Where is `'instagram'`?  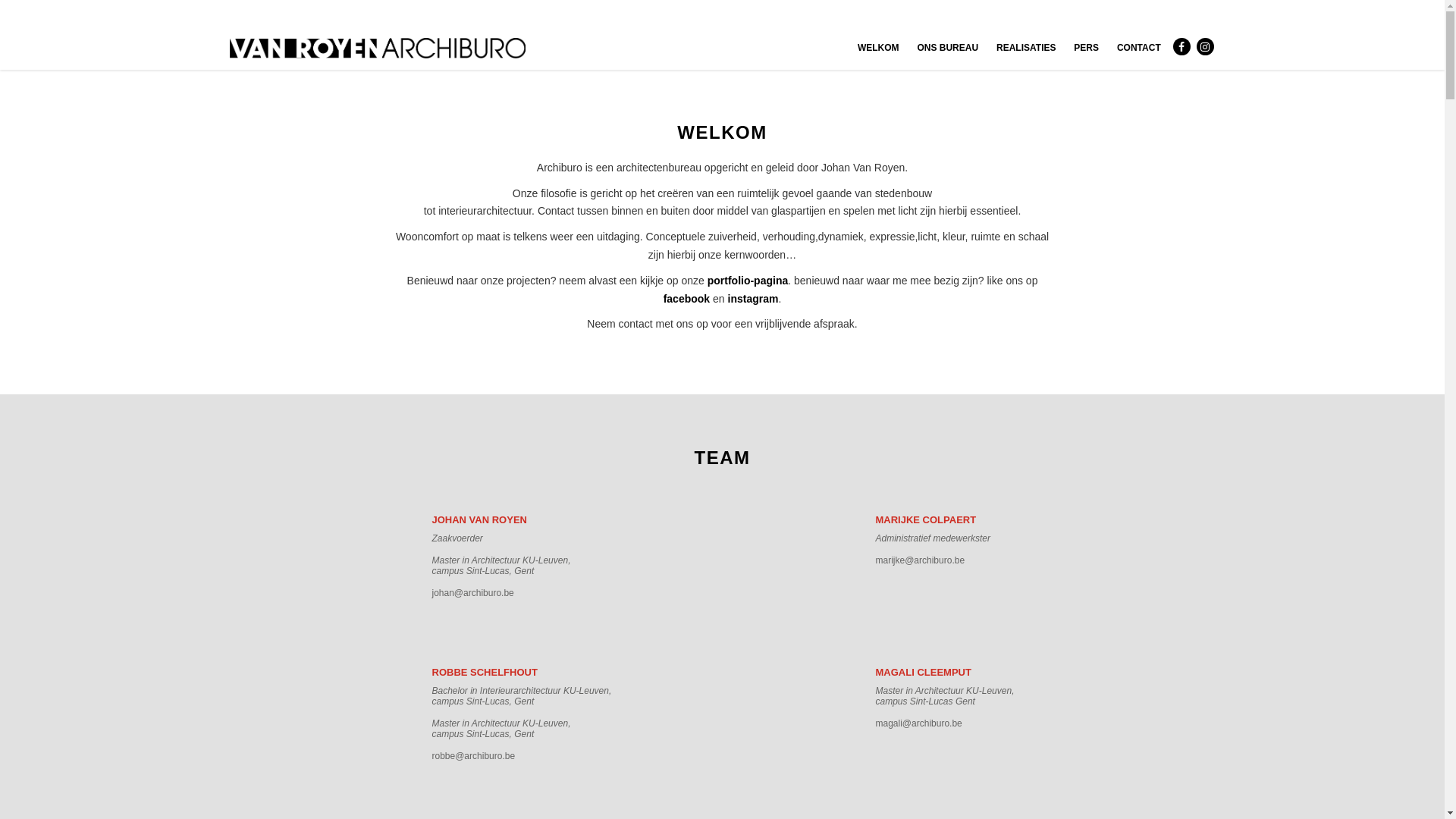 'instagram' is located at coordinates (753, 298).